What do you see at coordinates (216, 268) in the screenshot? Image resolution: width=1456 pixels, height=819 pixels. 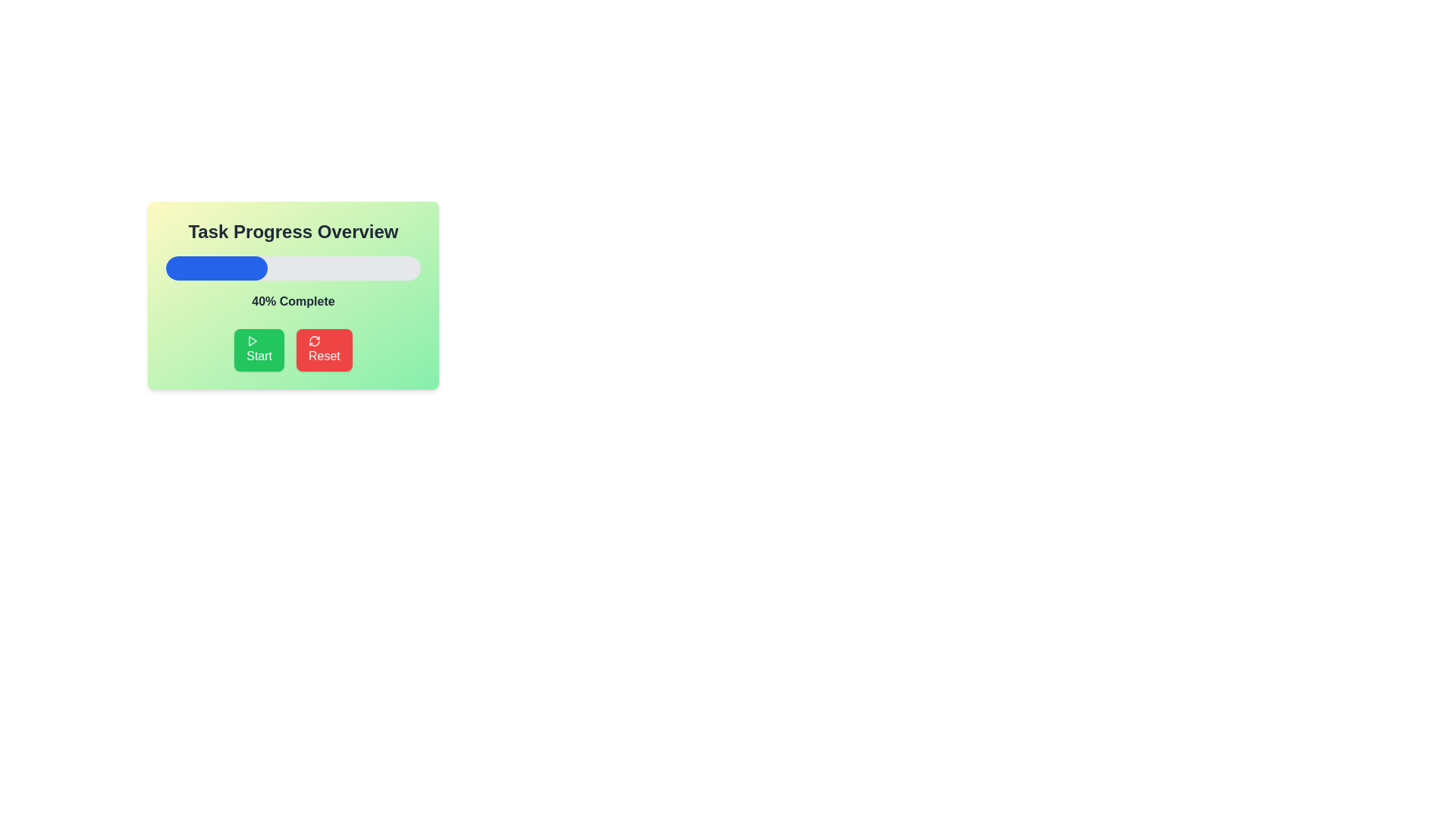 I see `the blue progress indicator which represents 40% of the progress within the larger horizontal progress bar in the 'Task Progress Overview' section` at bounding box center [216, 268].